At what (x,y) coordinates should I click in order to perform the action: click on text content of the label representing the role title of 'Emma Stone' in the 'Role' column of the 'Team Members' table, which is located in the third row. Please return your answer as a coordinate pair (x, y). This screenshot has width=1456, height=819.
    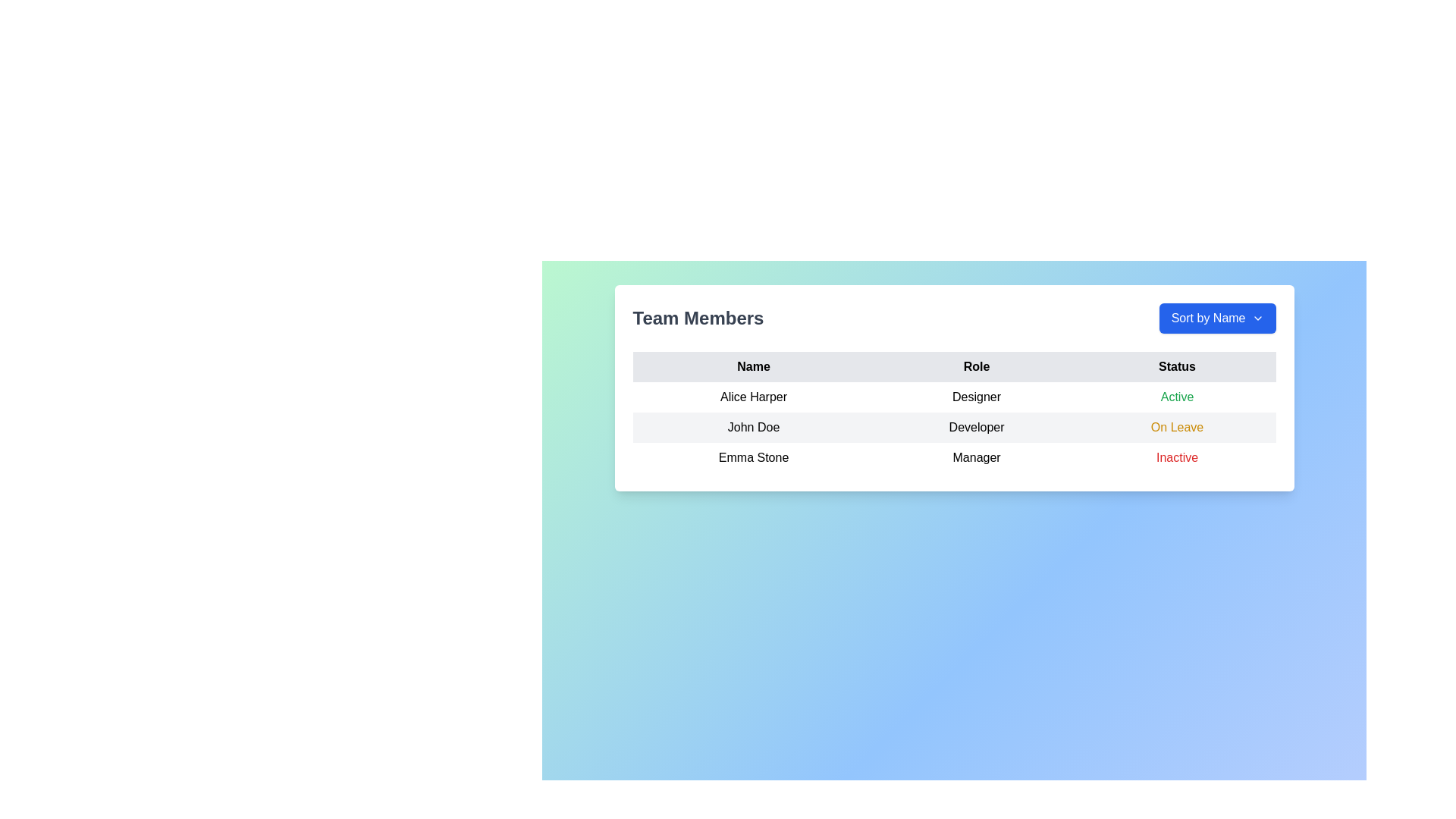
    Looking at the image, I should click on (977, 457).